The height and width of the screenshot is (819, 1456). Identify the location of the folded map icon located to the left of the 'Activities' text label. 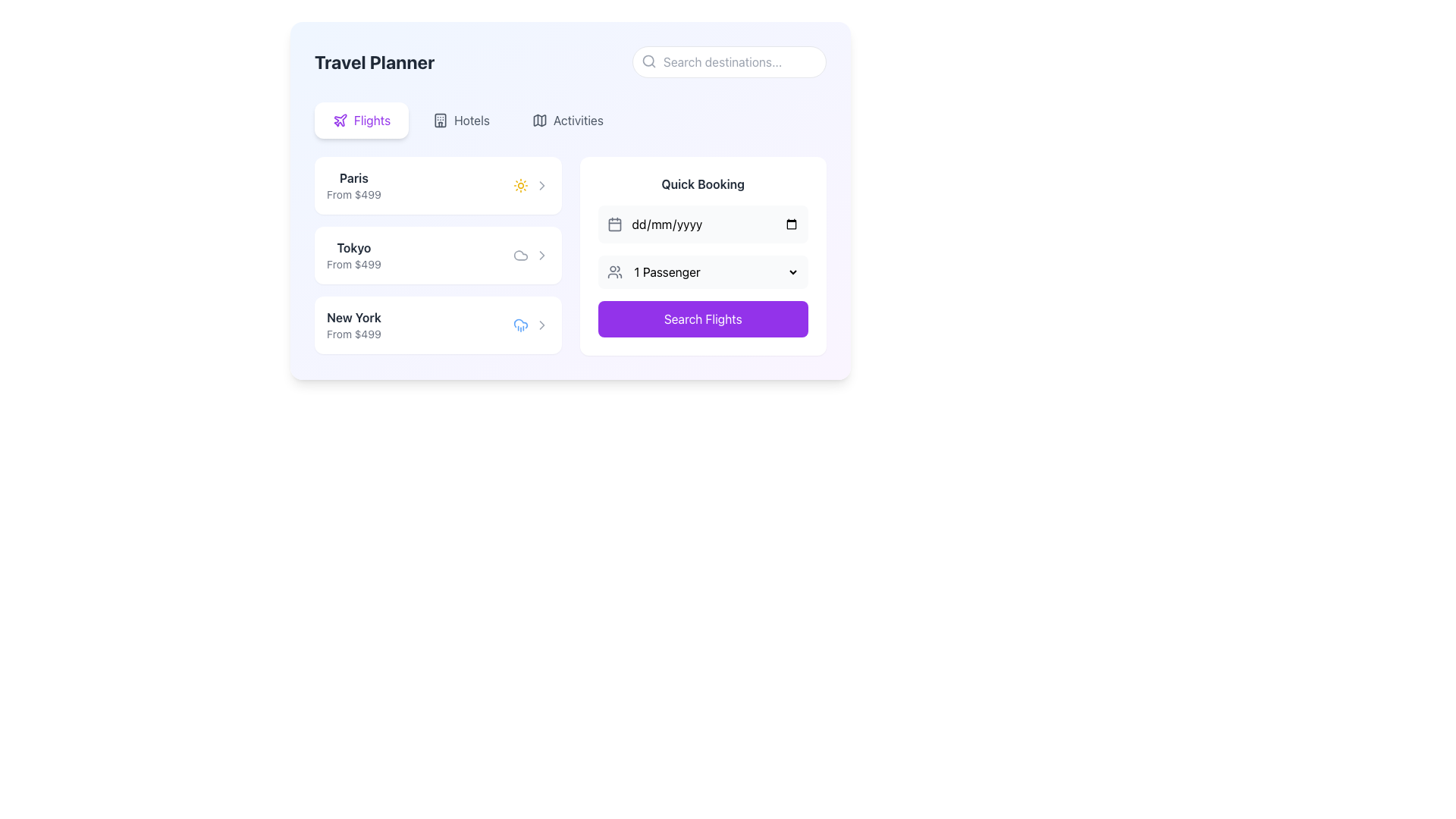
(539, 119).